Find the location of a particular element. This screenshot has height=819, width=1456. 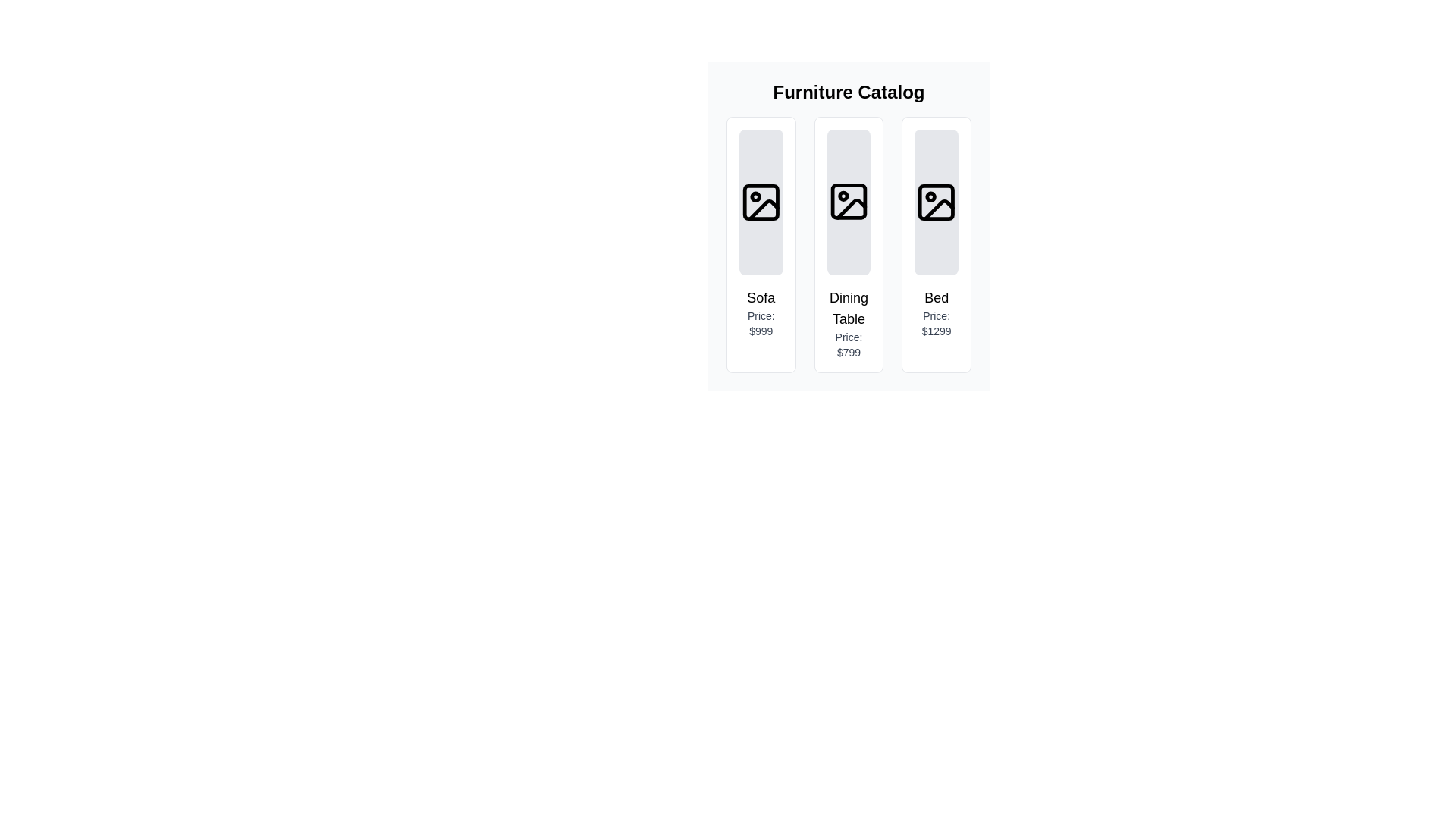

the decorative background of the image placeholder icon located in the second column under the title 'Dining Table' is located at coordinates (848, 201).